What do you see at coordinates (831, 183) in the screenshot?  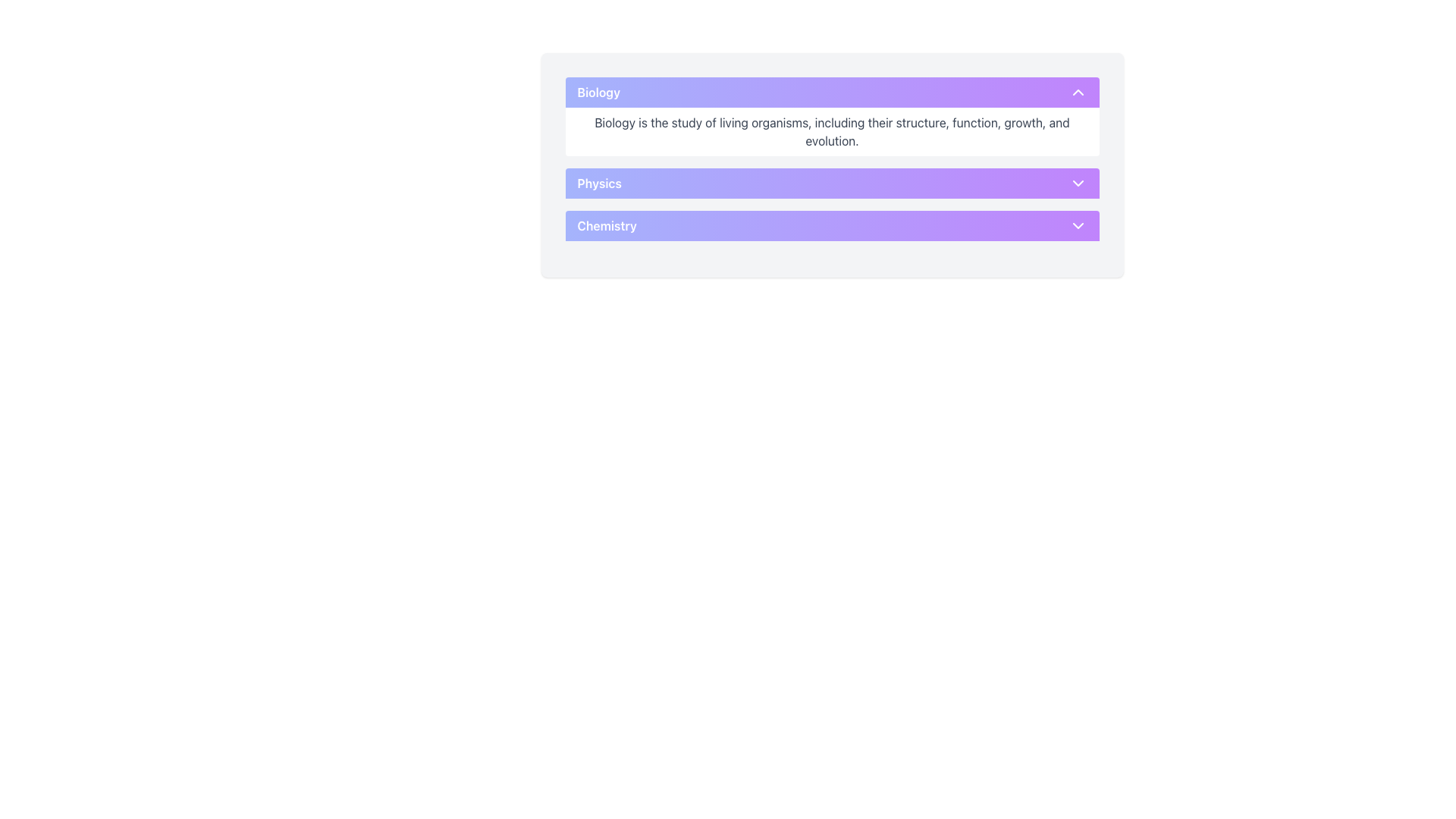 I see `the Dropdown menu toggle button which expands the 'Physics' section` at bounding box center [831, 183].